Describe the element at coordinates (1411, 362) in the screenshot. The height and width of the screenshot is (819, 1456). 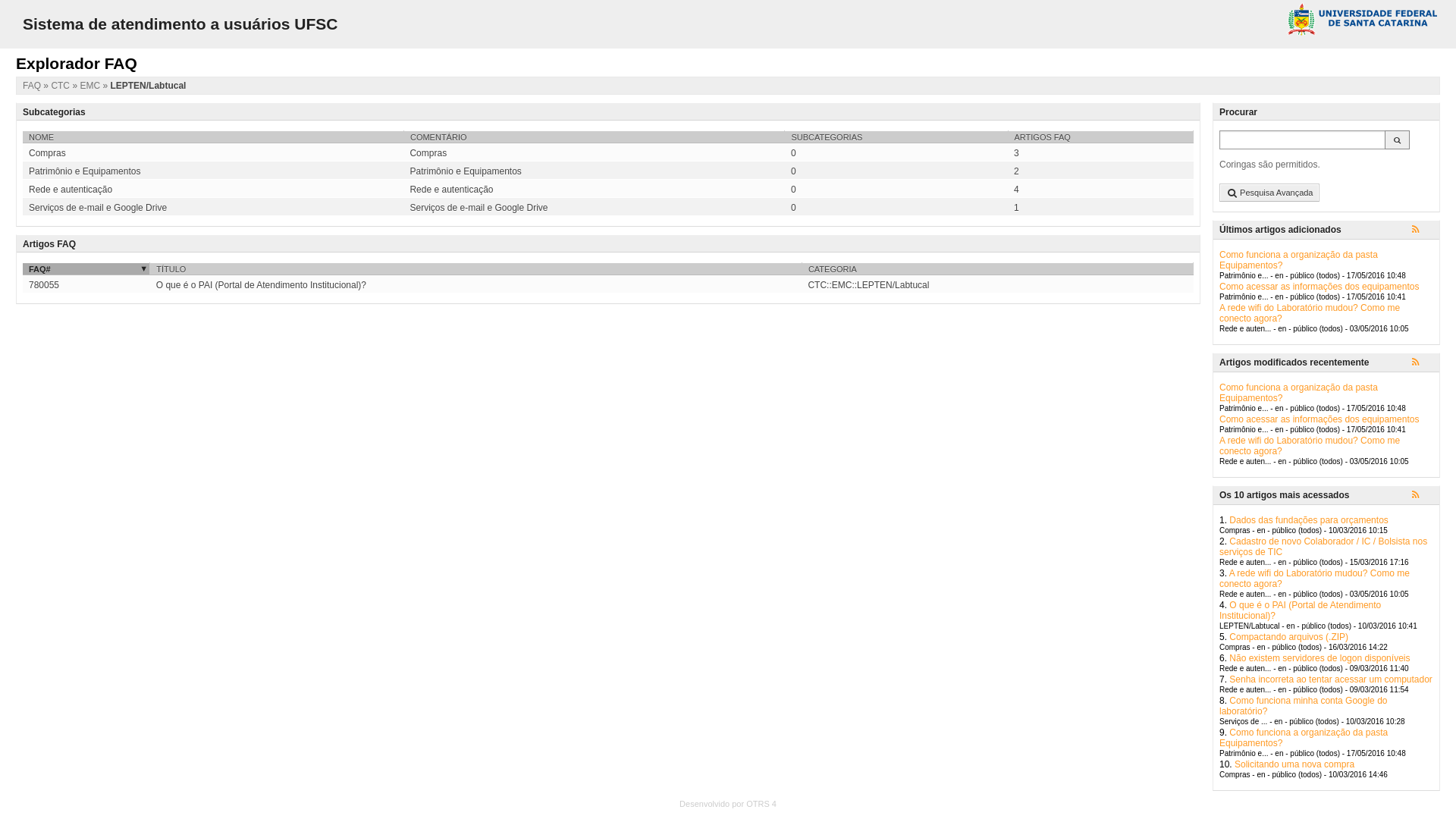
I see `'Artigos FAQ (alterados recentemente)'` at that location.